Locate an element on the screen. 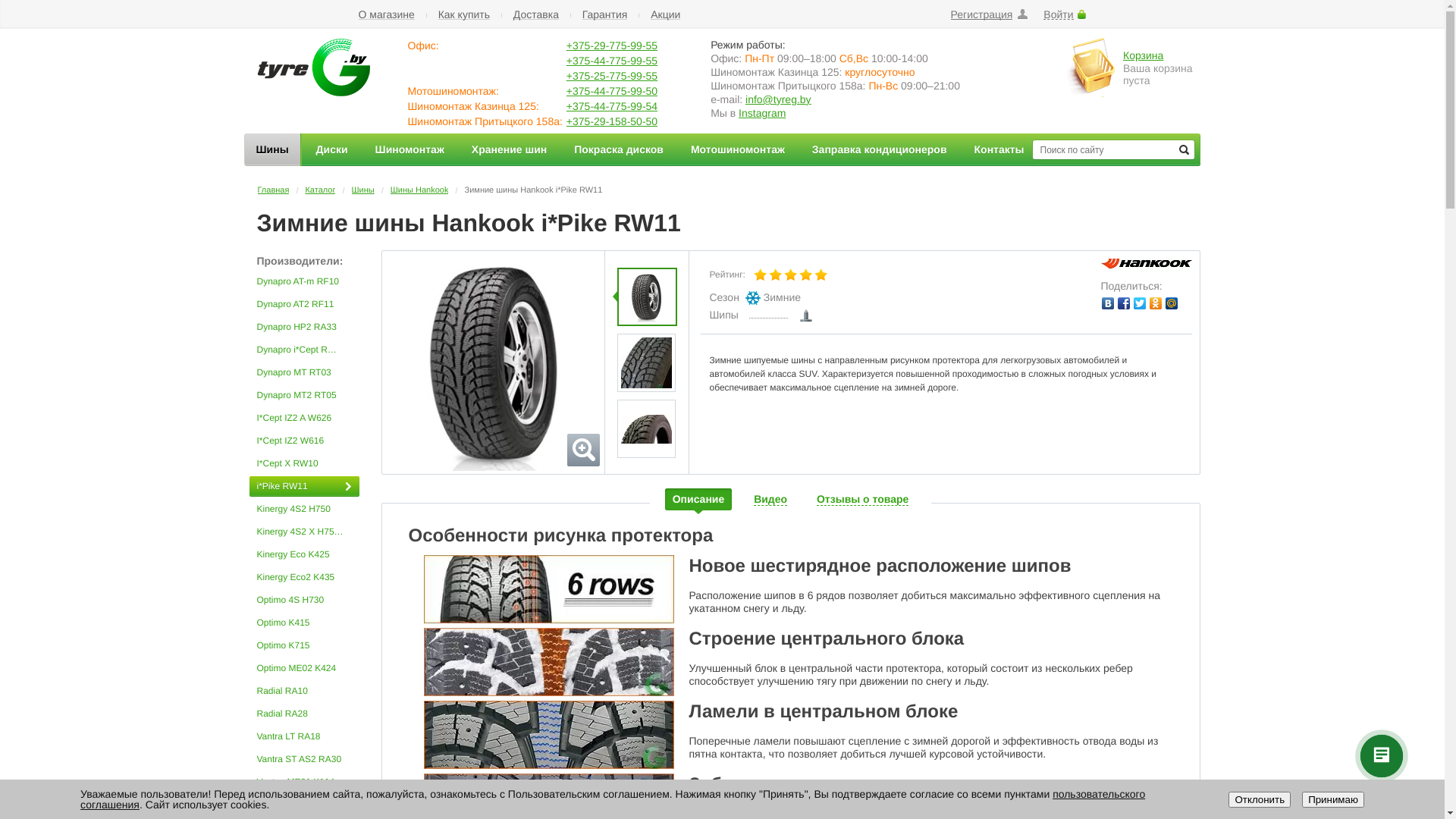 The height and width of the screenshot is (819, 1456). 'Dynapro HP2 RA33' is located at coordinates (303, 326).